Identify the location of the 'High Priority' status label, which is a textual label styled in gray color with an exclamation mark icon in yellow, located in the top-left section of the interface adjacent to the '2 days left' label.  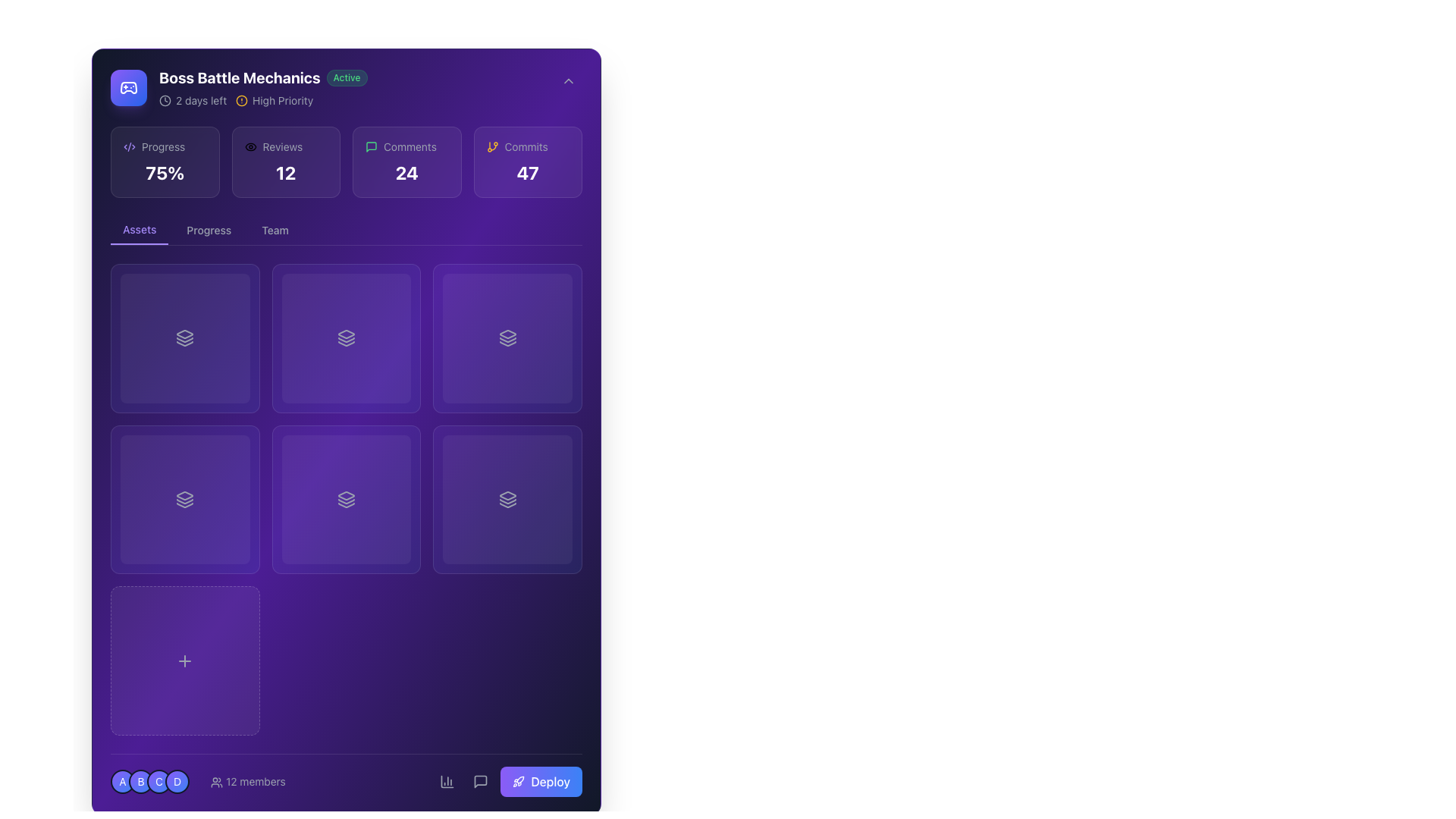
(275, 100).